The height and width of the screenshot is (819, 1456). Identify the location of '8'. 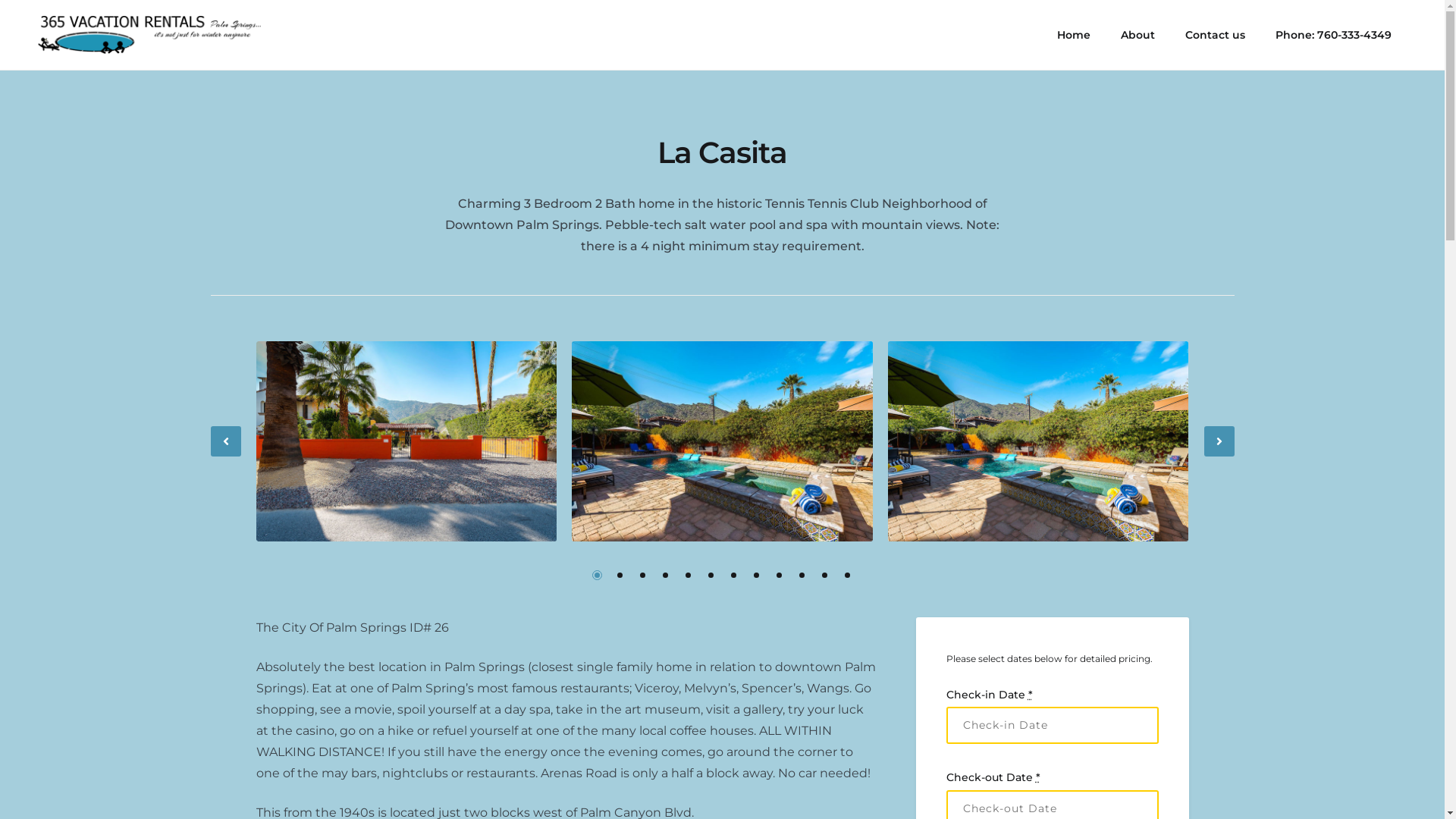
(753, 575).